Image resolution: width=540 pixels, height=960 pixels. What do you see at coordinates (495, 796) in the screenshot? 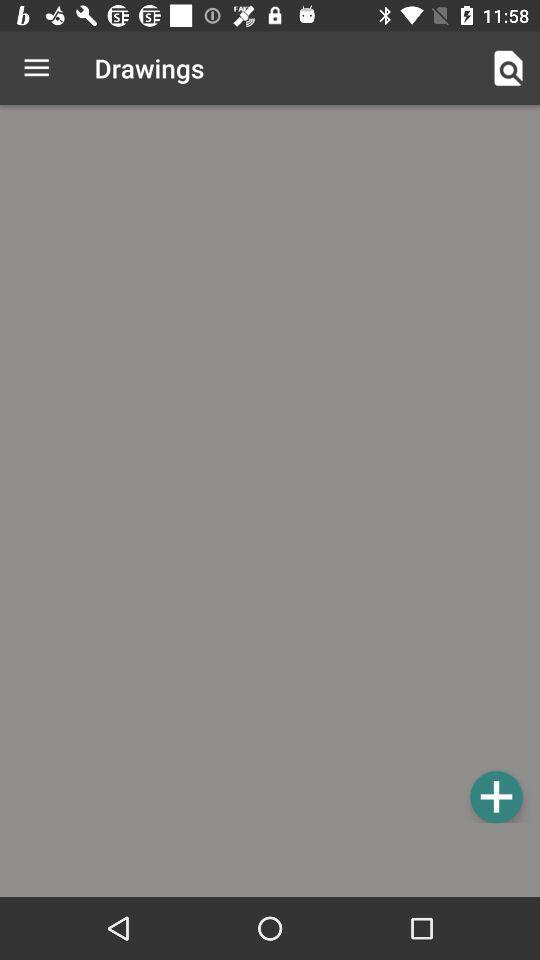
I see `the add icon` at bounding box center [495, 796].